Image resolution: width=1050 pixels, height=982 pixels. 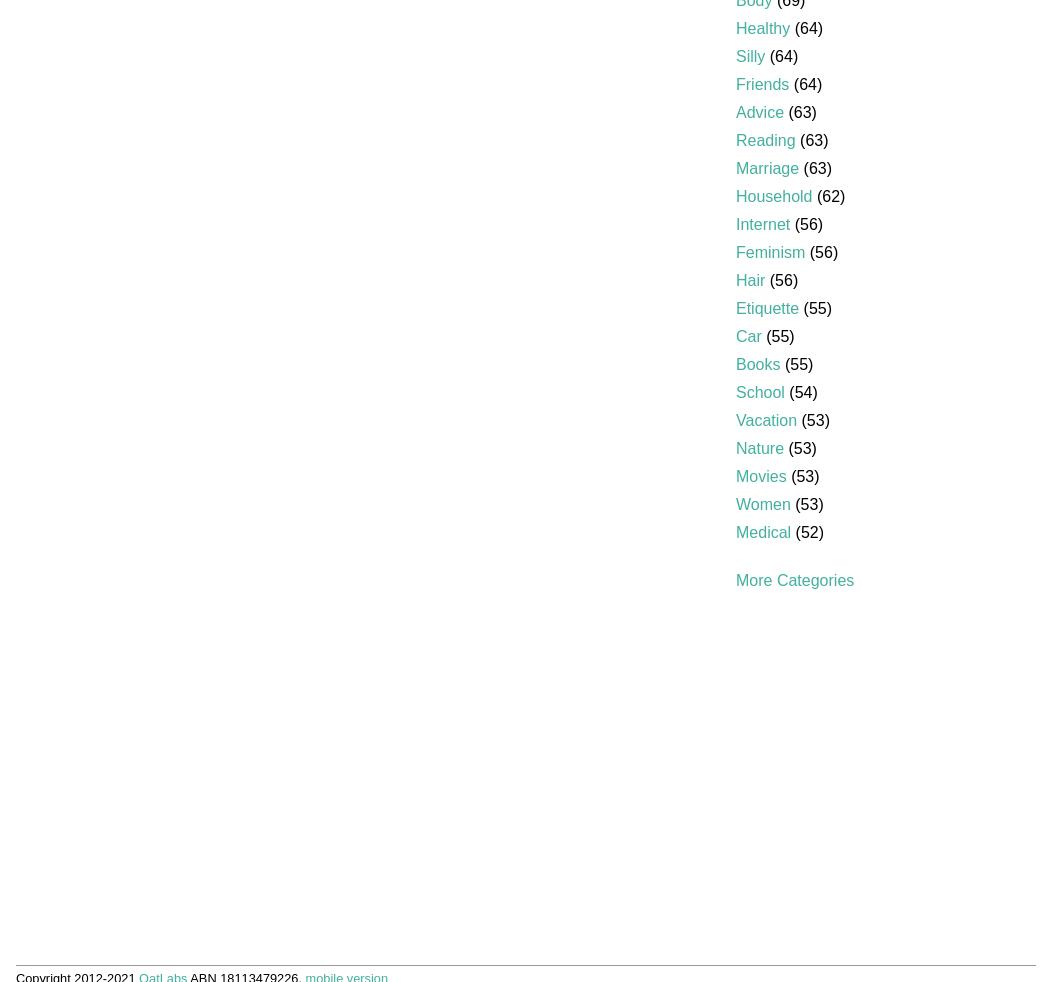 I want to click on '(54)', so click(x=799, y=392).